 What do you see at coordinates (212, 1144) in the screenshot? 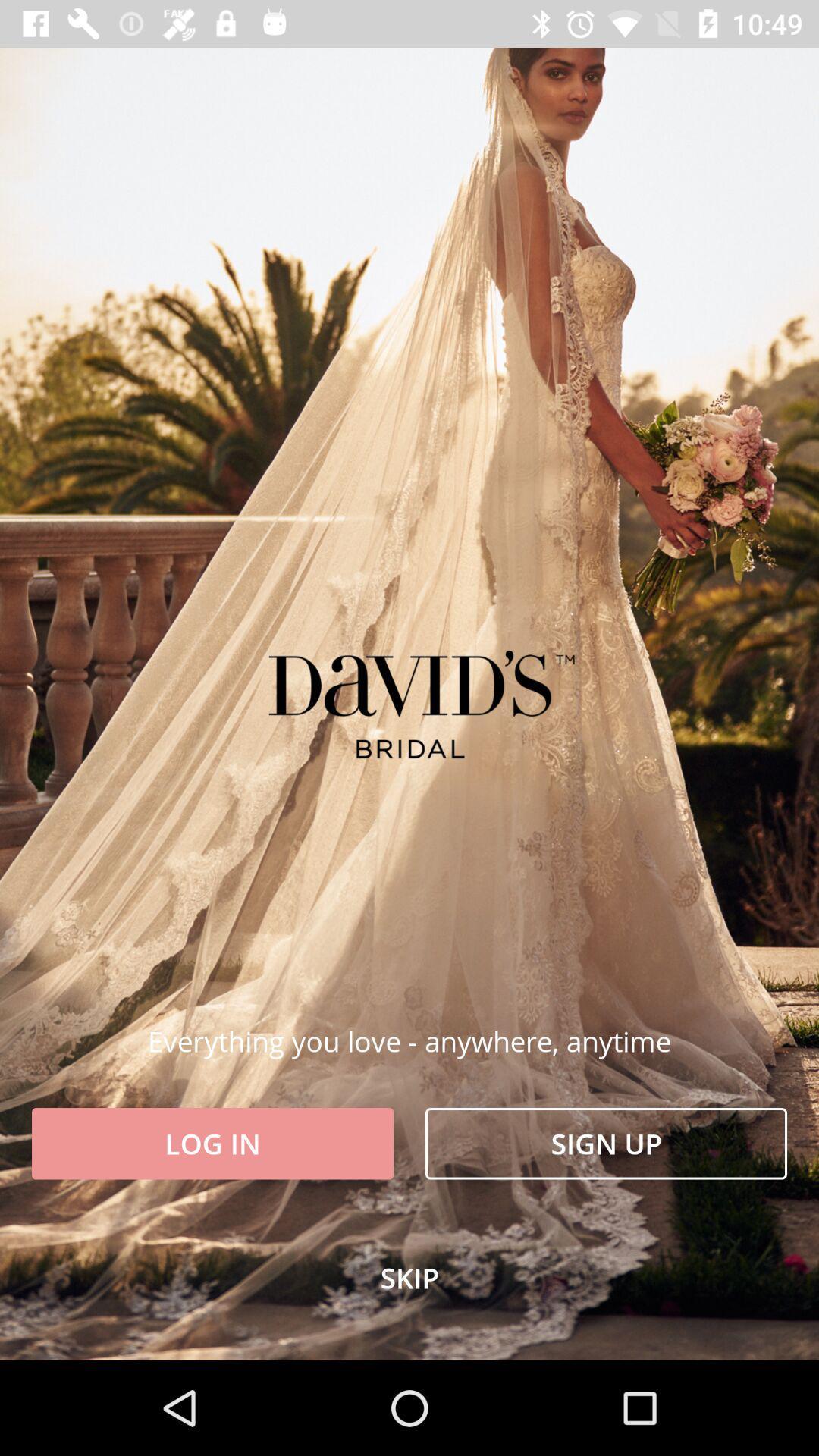
I see `the icon to the left of the sign up item` at bounding box center [212, 1144].